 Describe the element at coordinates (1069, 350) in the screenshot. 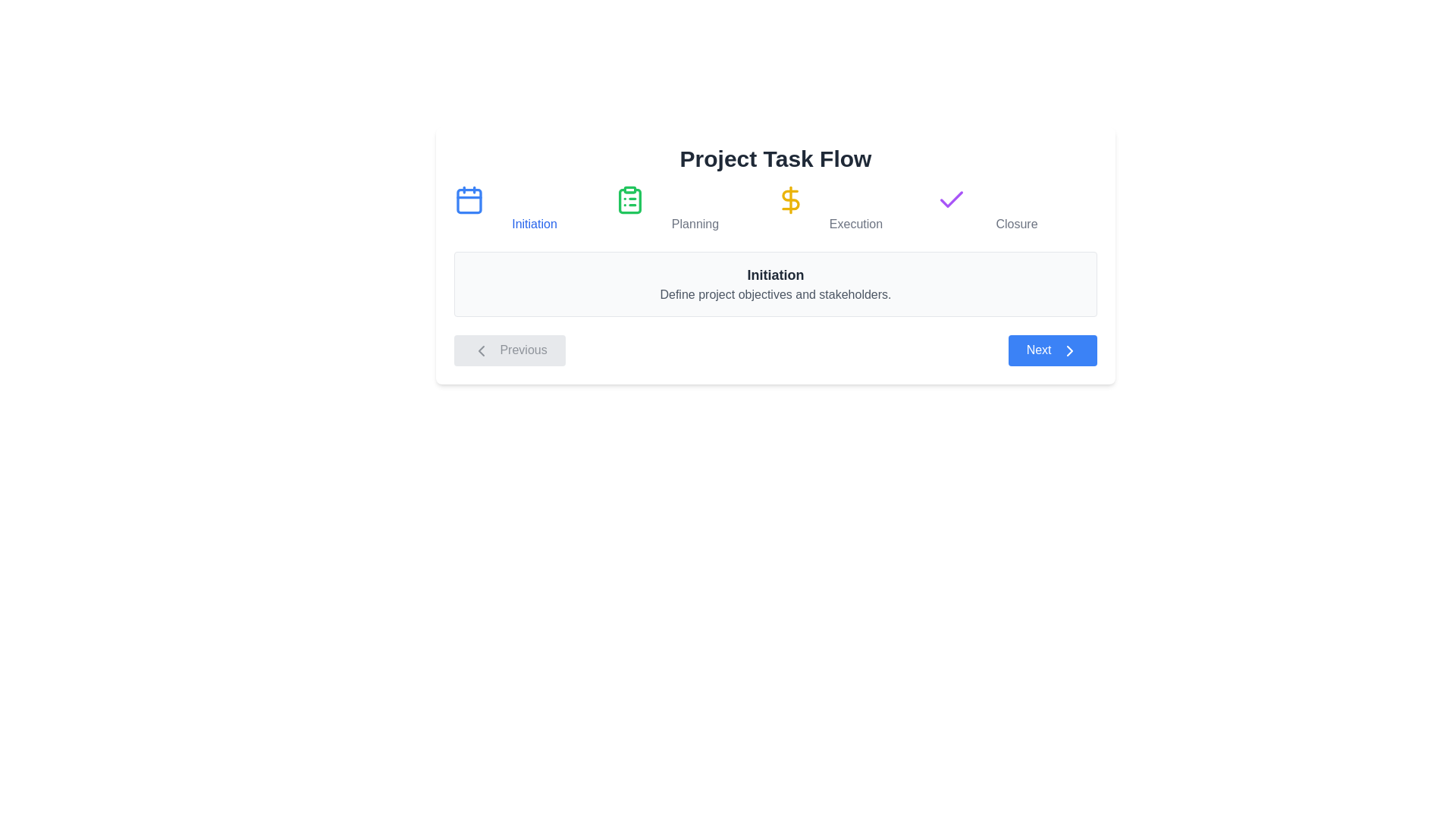

I see `the visual indicator icon located within the 'Next' button in the lower-right corner of the layout, which suggests forward navigation` at that location.